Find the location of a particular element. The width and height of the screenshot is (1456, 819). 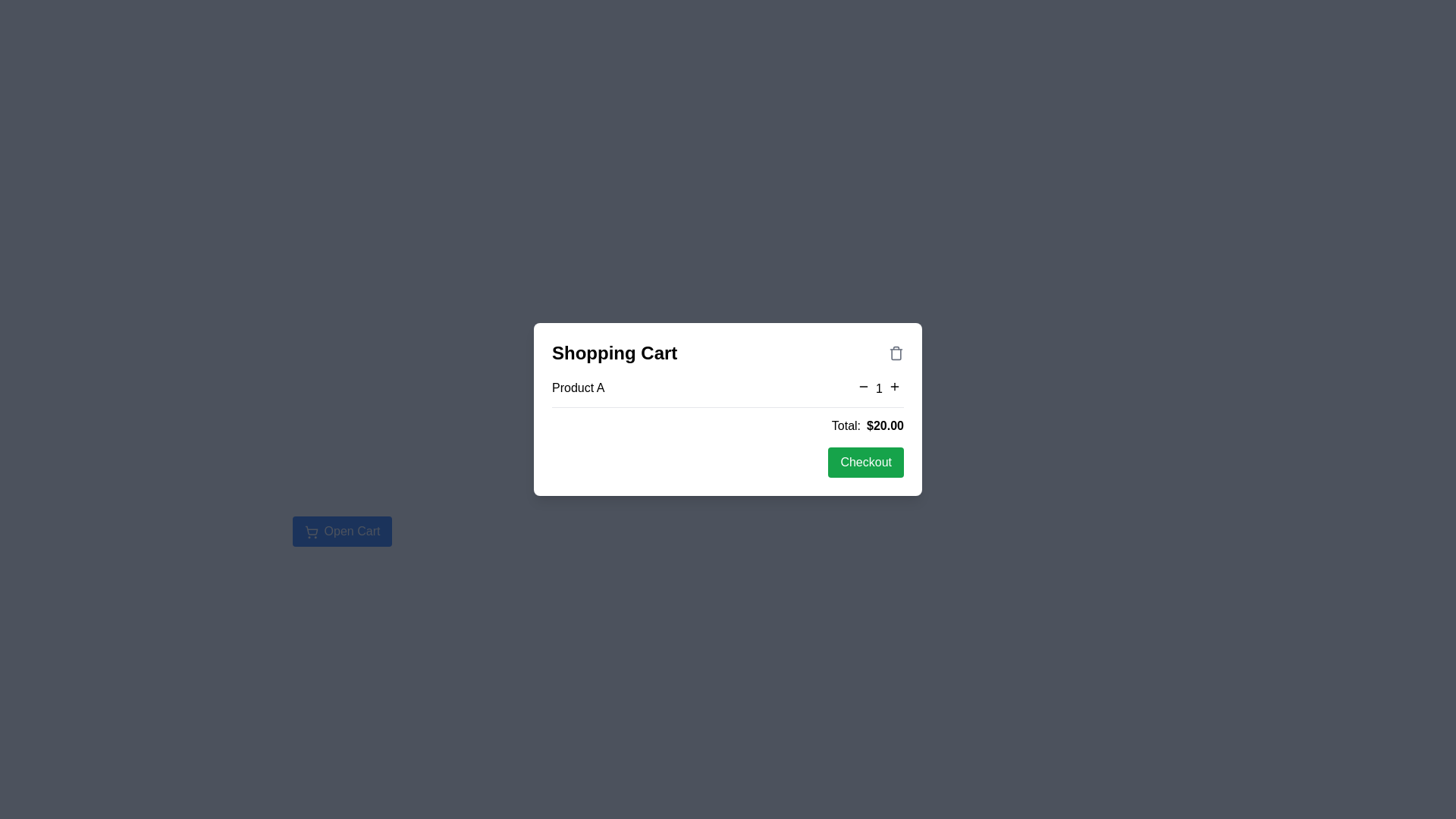

the interactive trash bin icon button located in the top-right corner of the shopping cart modal is located at coordinates (896, 353).